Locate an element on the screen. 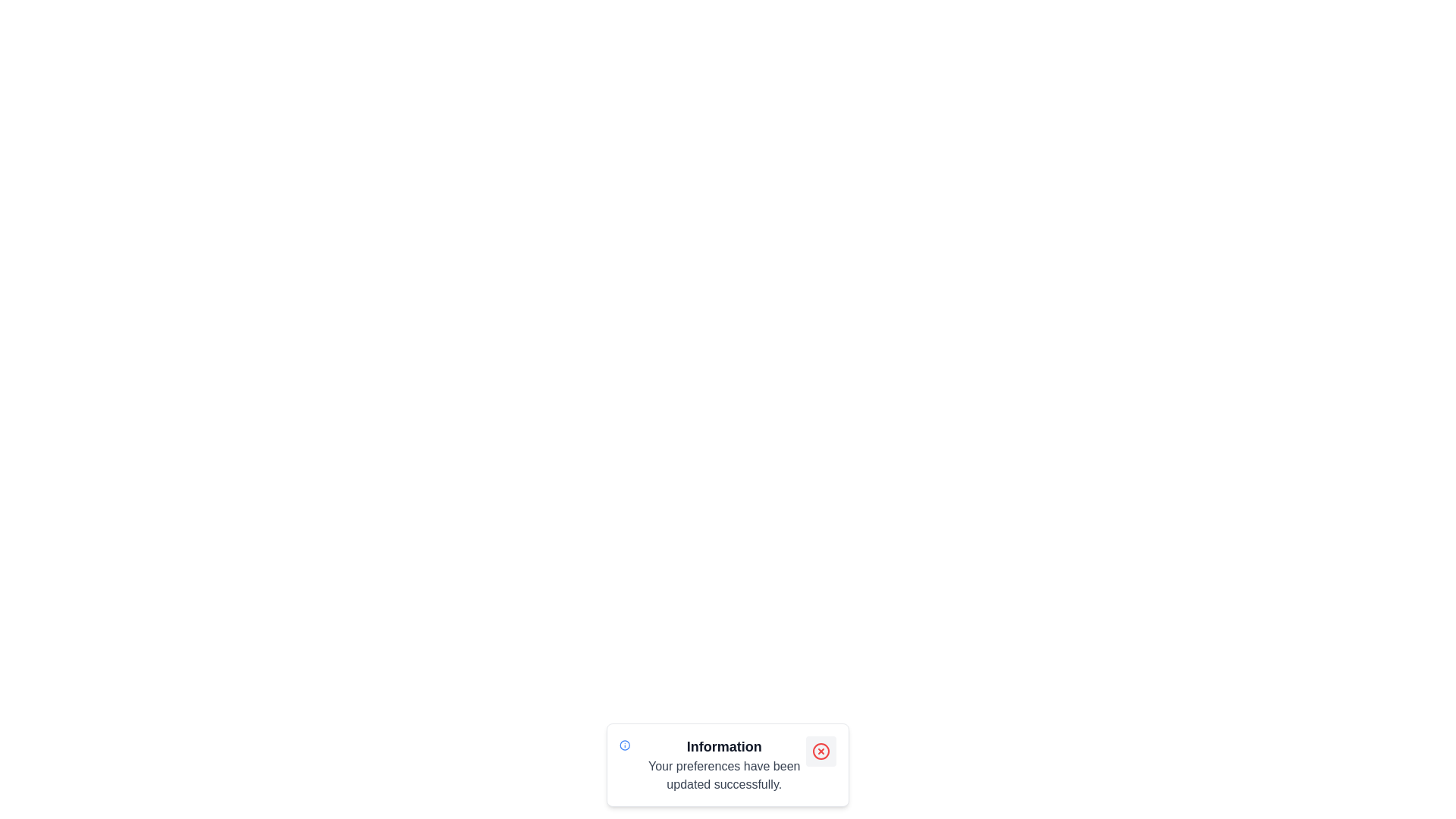 This screenshot has width=1456, height=819. the close button to trigger visual feedback is located at coordinates (821, 752).